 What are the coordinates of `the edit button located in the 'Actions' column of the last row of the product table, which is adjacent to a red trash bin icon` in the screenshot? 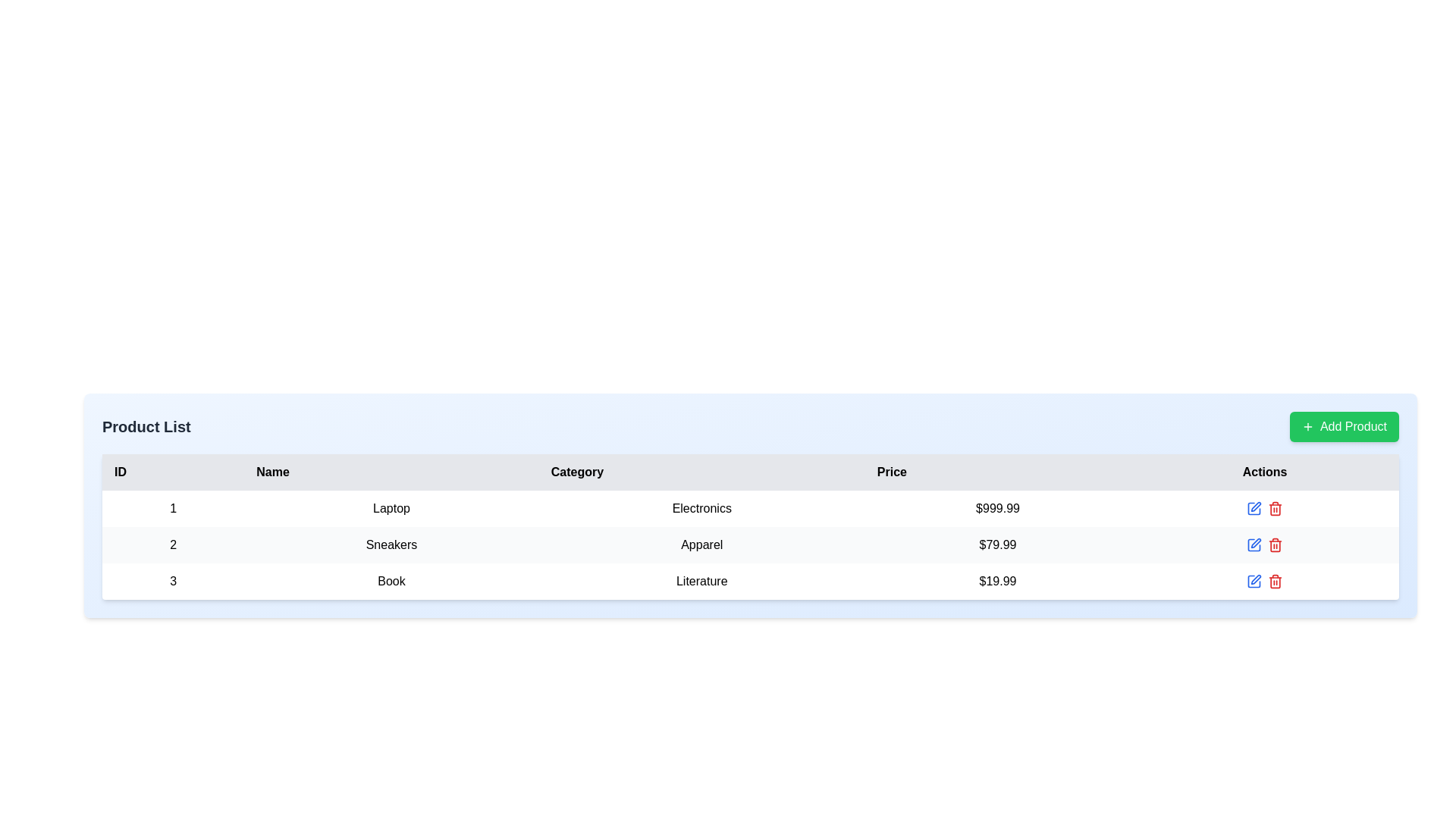 It's located at (1254, 581).